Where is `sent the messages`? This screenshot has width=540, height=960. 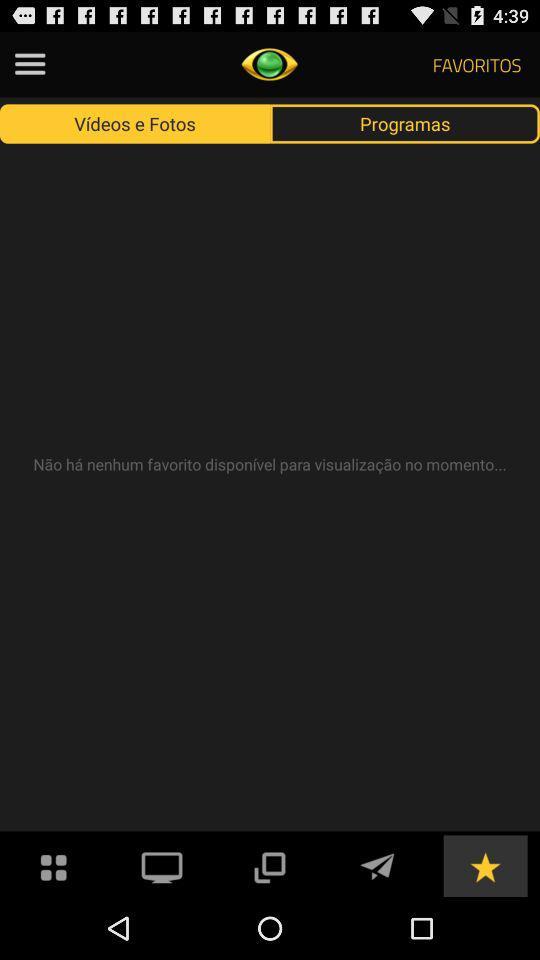 sent the messages is located at coordinates (377, 864).